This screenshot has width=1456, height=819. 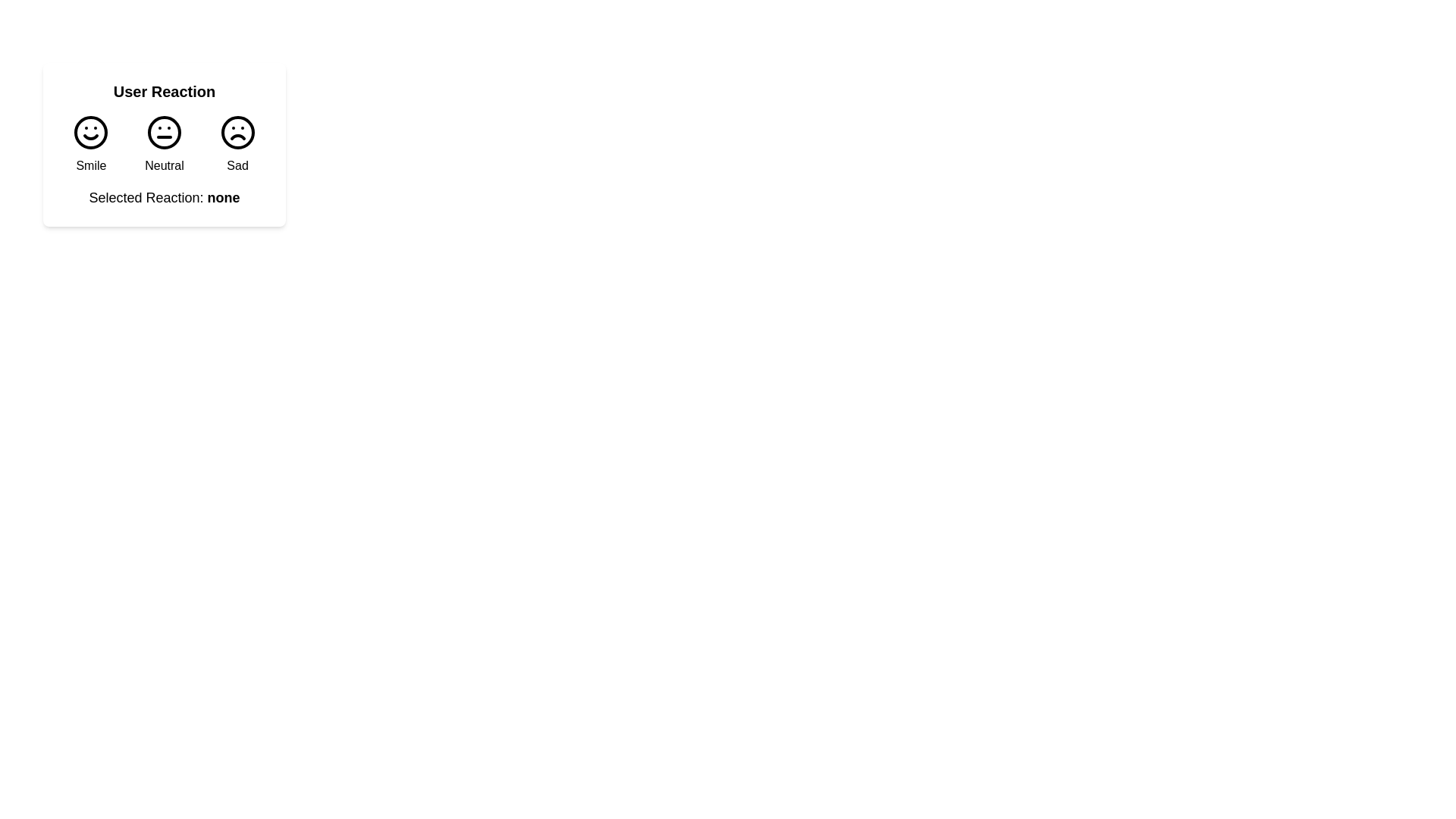 What do you see at coordinates (164, 145) in the screenshot?
I see `the Interactive UI group for selecting reactions, which includes 'Smile', 'Neutral', and 'Sad' options` at bounding box center [164, 145].